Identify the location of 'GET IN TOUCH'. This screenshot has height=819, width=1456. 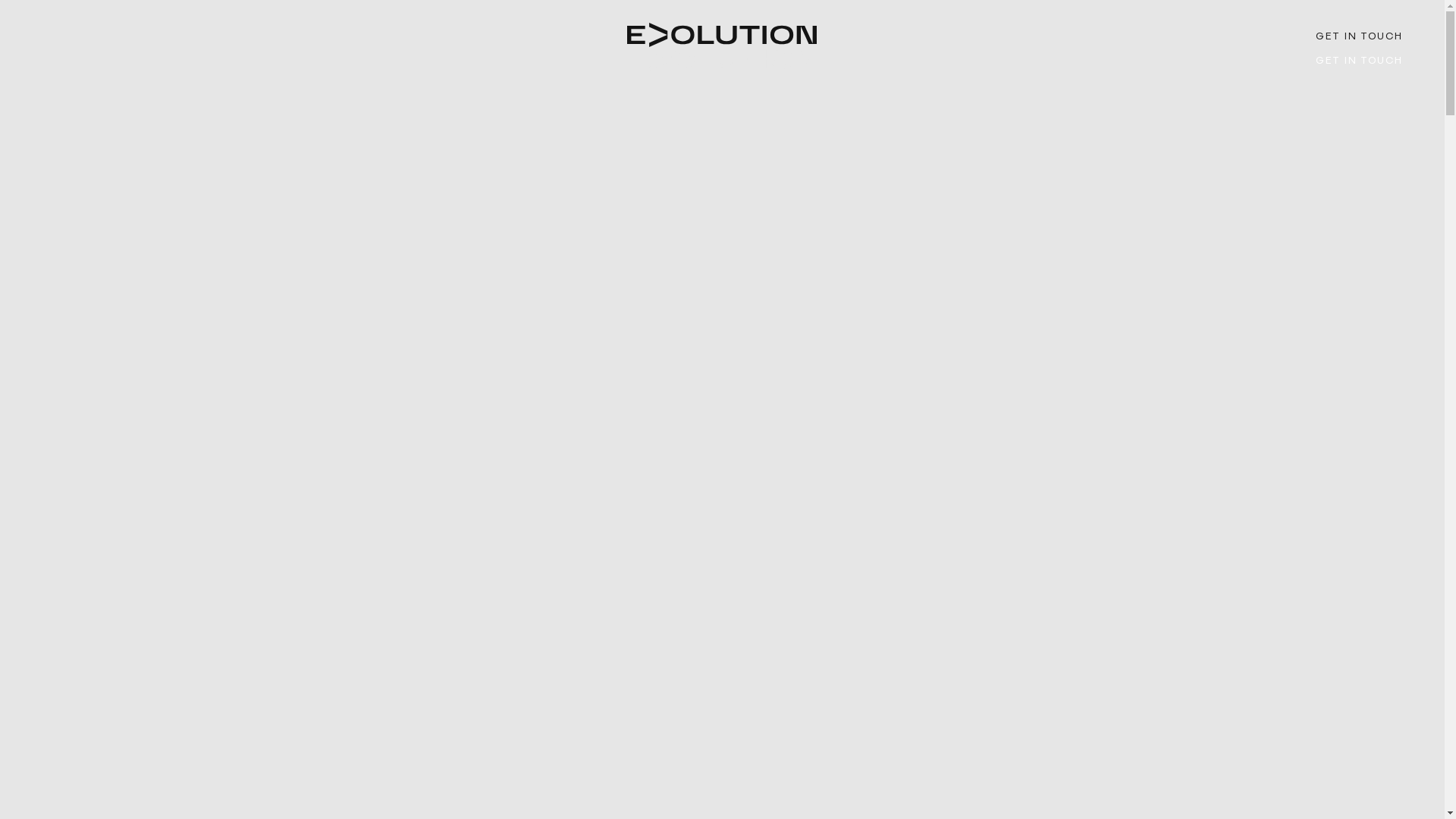
(1359, 58).